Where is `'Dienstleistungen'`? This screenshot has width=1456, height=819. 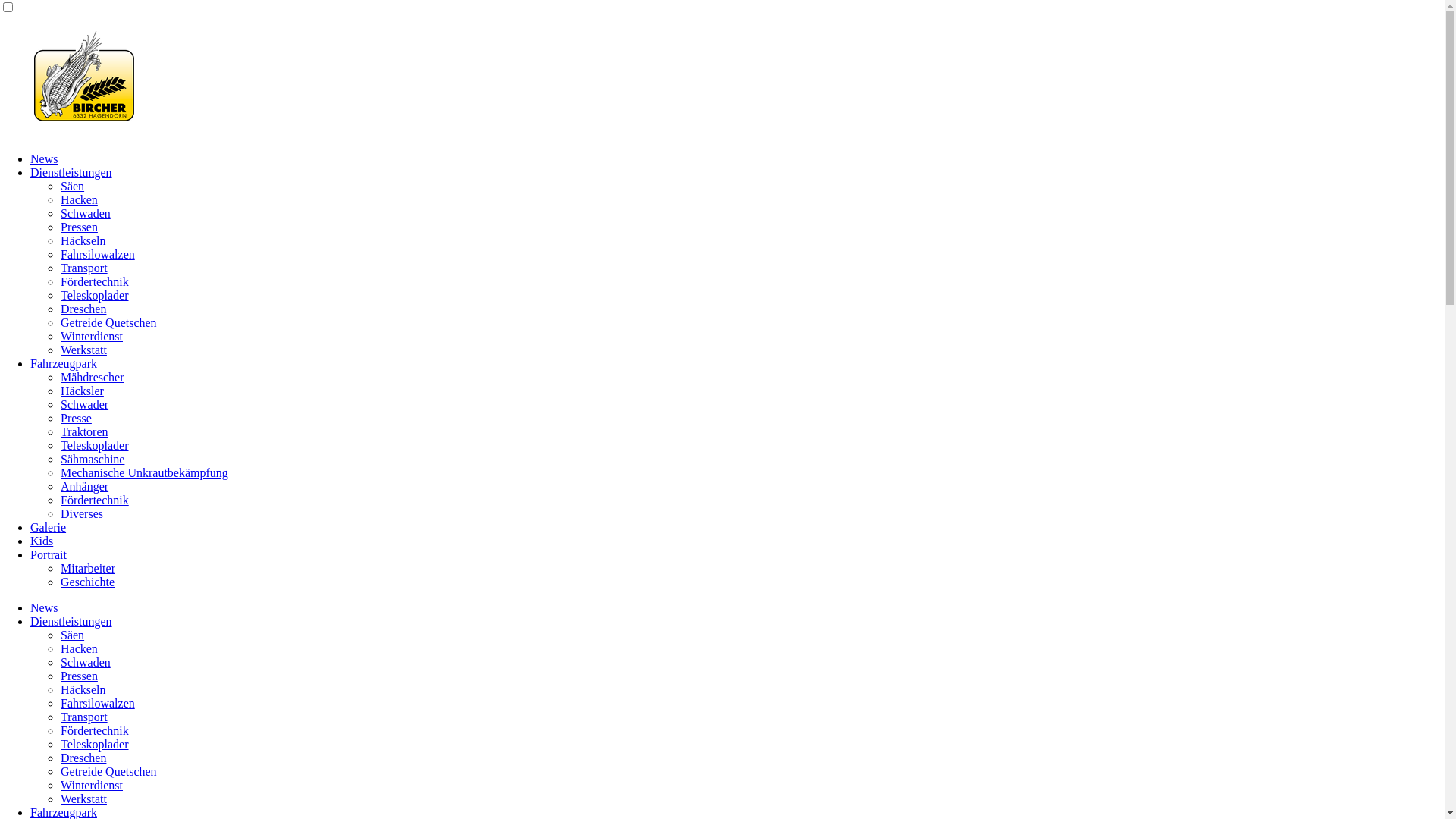
'Dienstleistungen' is located at coordinates (71, 621).